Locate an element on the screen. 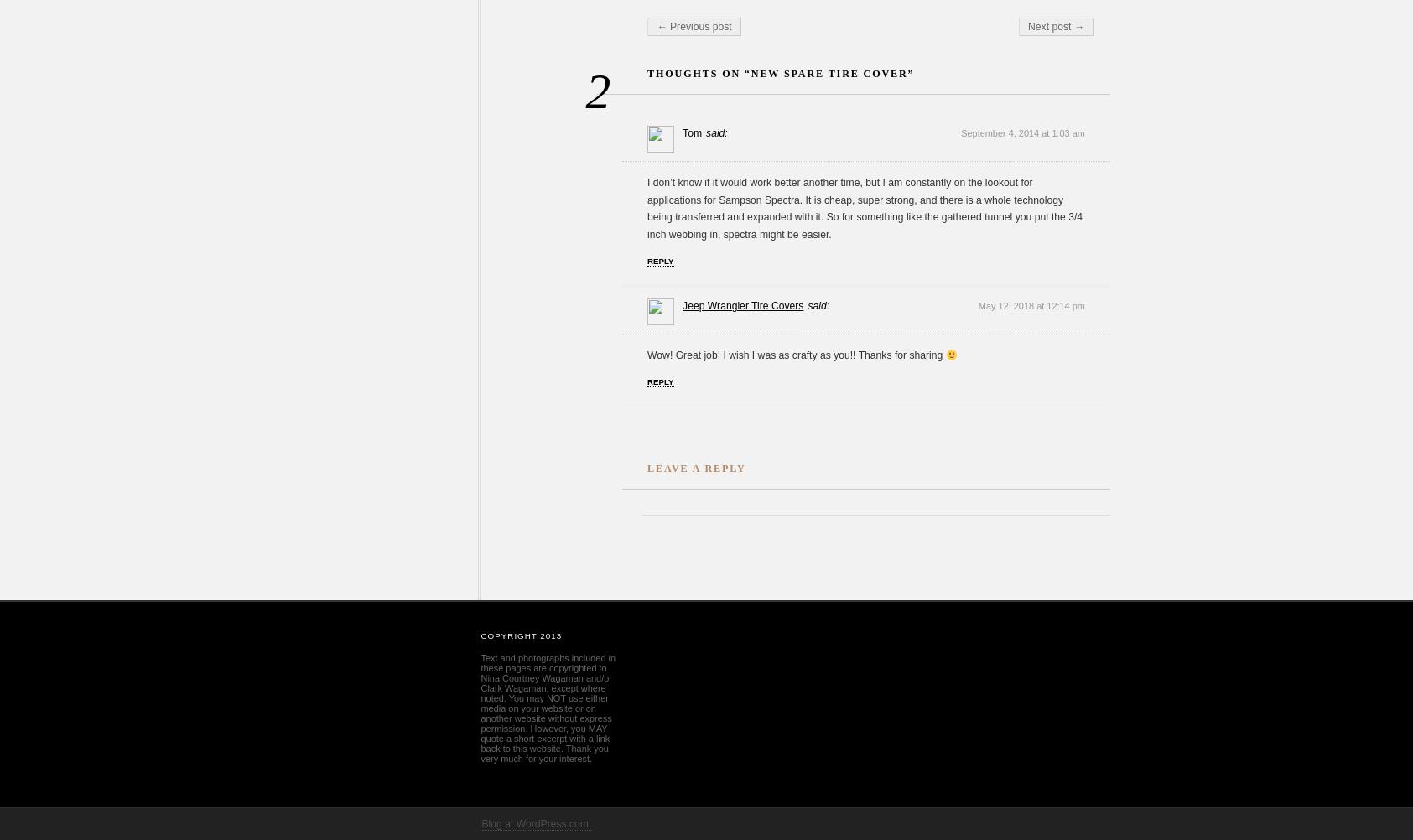 This screenshot has width=1413, height=840. 'Leave a Reply' is located at coordinates (695, 468).